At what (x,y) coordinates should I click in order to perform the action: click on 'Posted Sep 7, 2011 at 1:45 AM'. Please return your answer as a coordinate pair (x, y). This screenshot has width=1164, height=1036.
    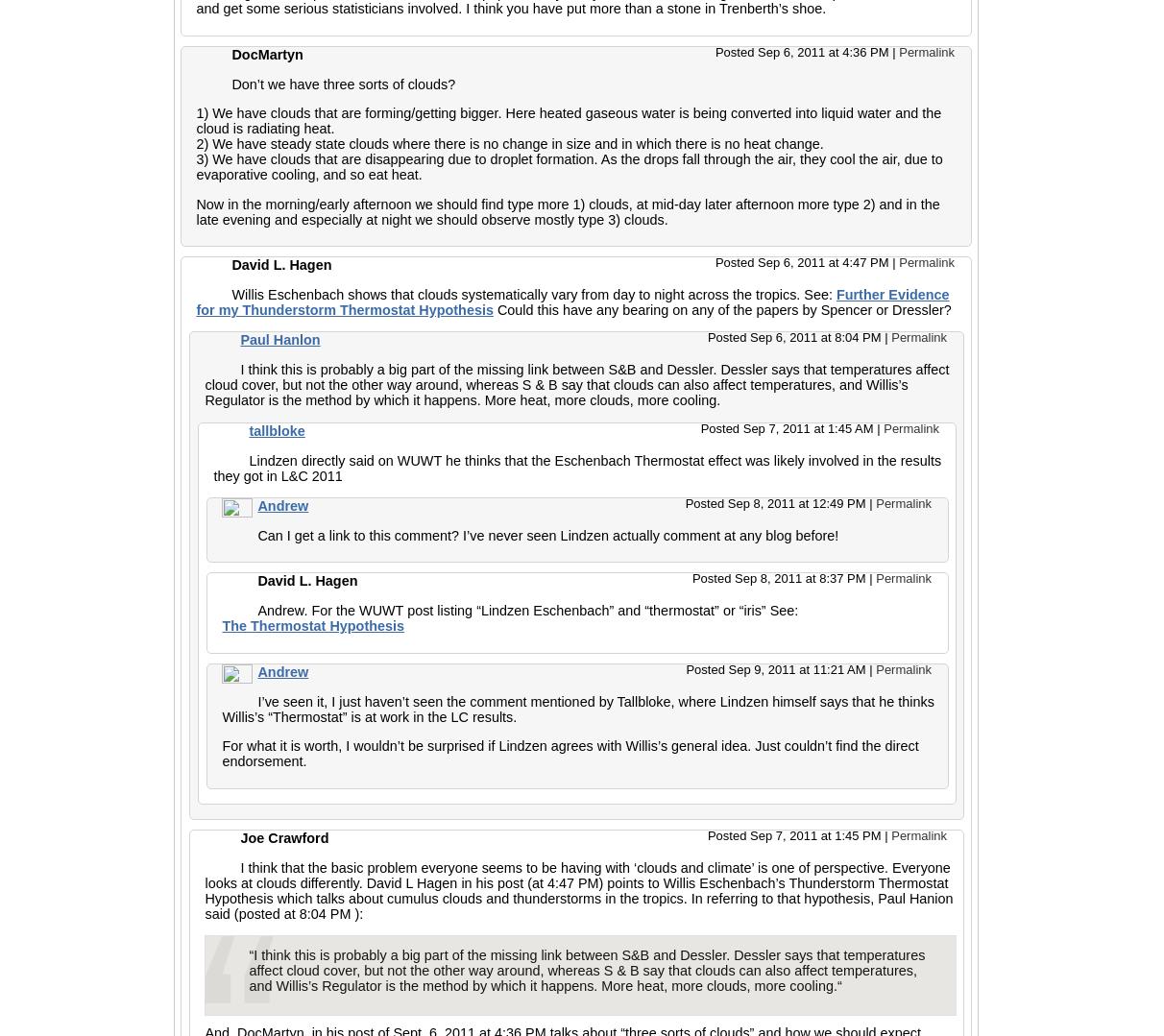
    Looking at the image, I should click on (788, 427).